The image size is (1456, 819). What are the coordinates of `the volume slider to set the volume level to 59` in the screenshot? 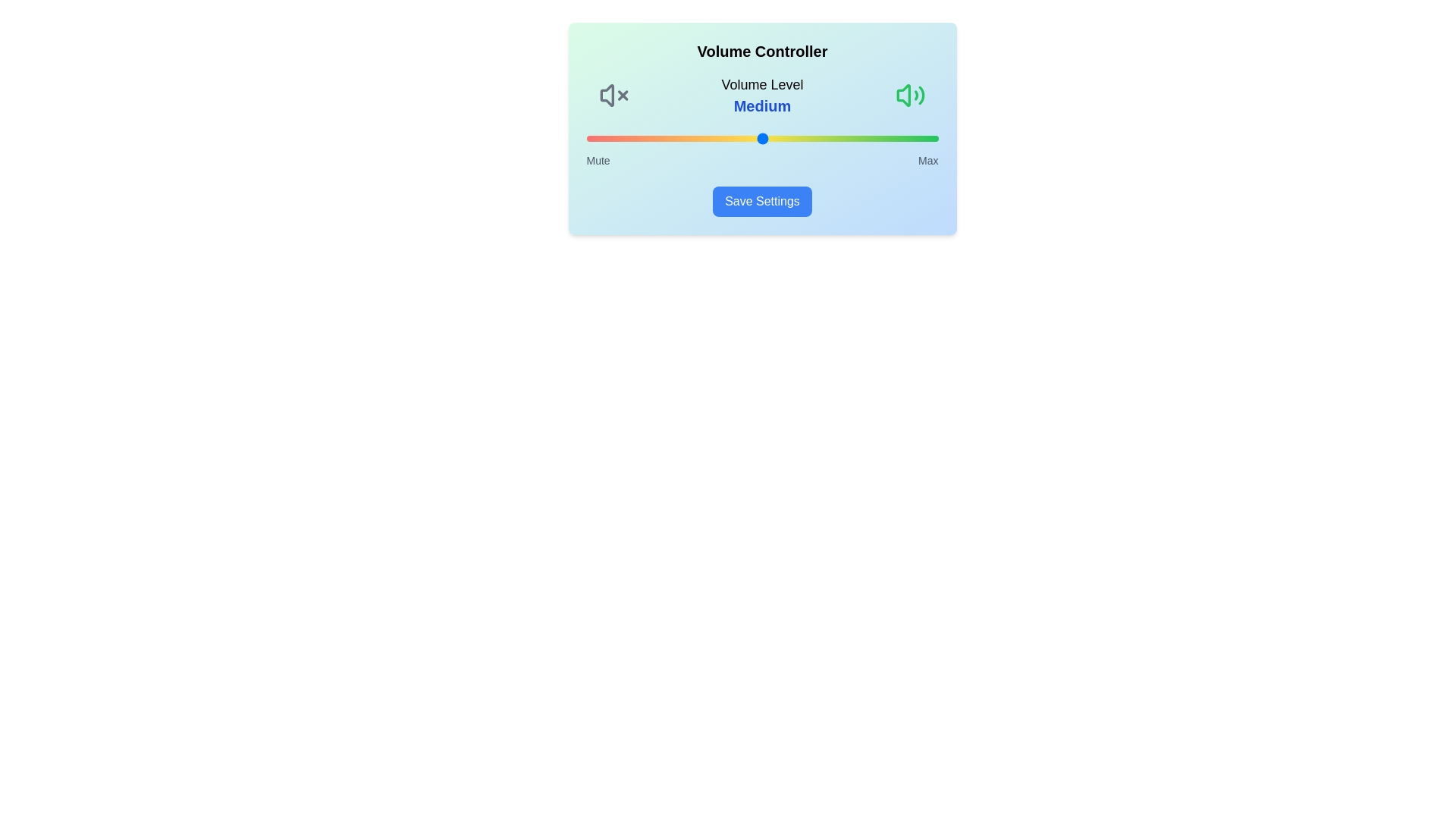 It's located at (793, 138).